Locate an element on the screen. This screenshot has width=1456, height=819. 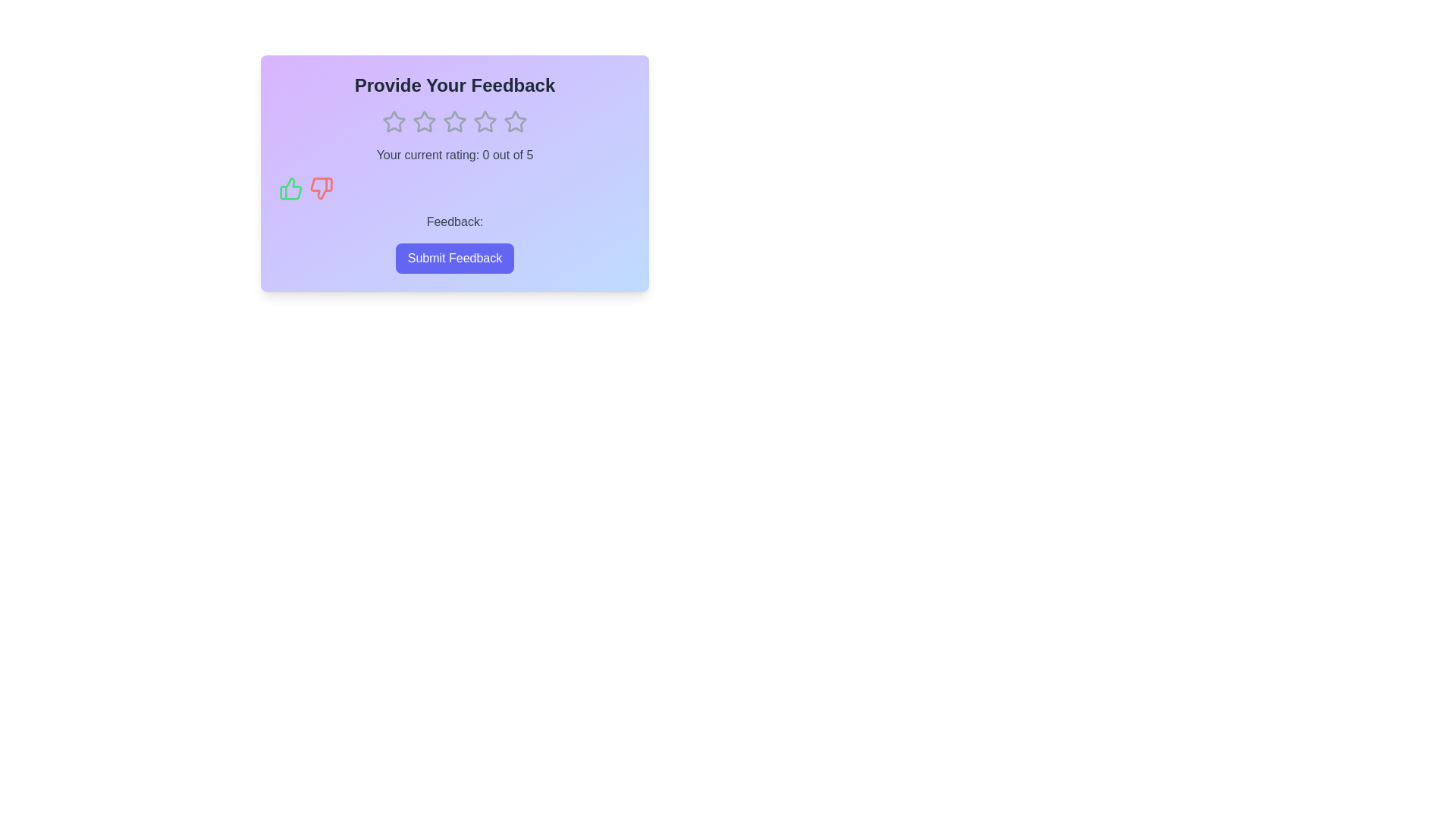
thumbs down icon to provide negative feedback is located at coordinates (320, 188).